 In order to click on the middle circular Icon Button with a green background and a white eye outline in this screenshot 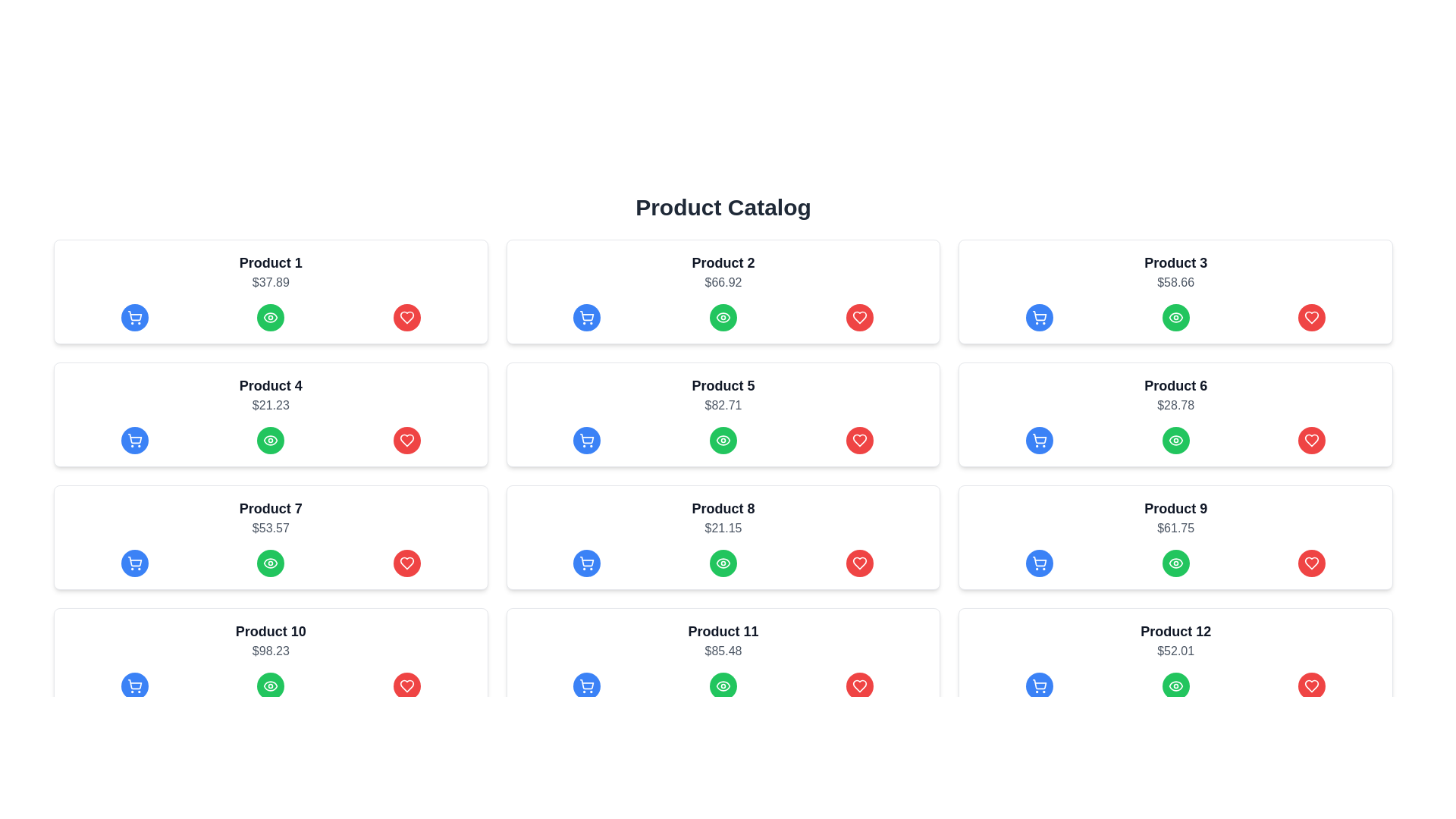, I will do `click(1175, 563)`.